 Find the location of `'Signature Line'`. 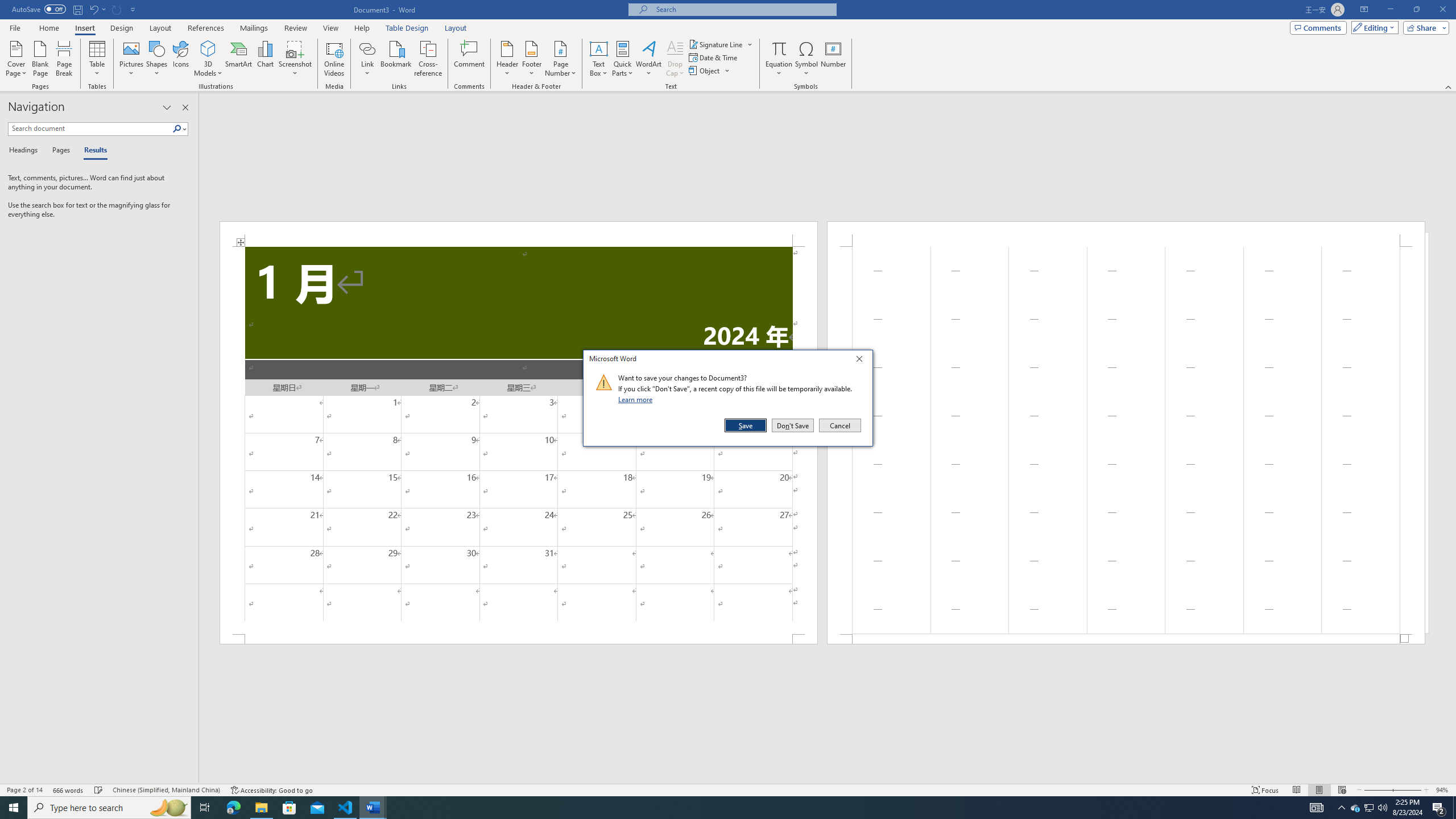

'Signature Line' is located at coordinates (721, 44).